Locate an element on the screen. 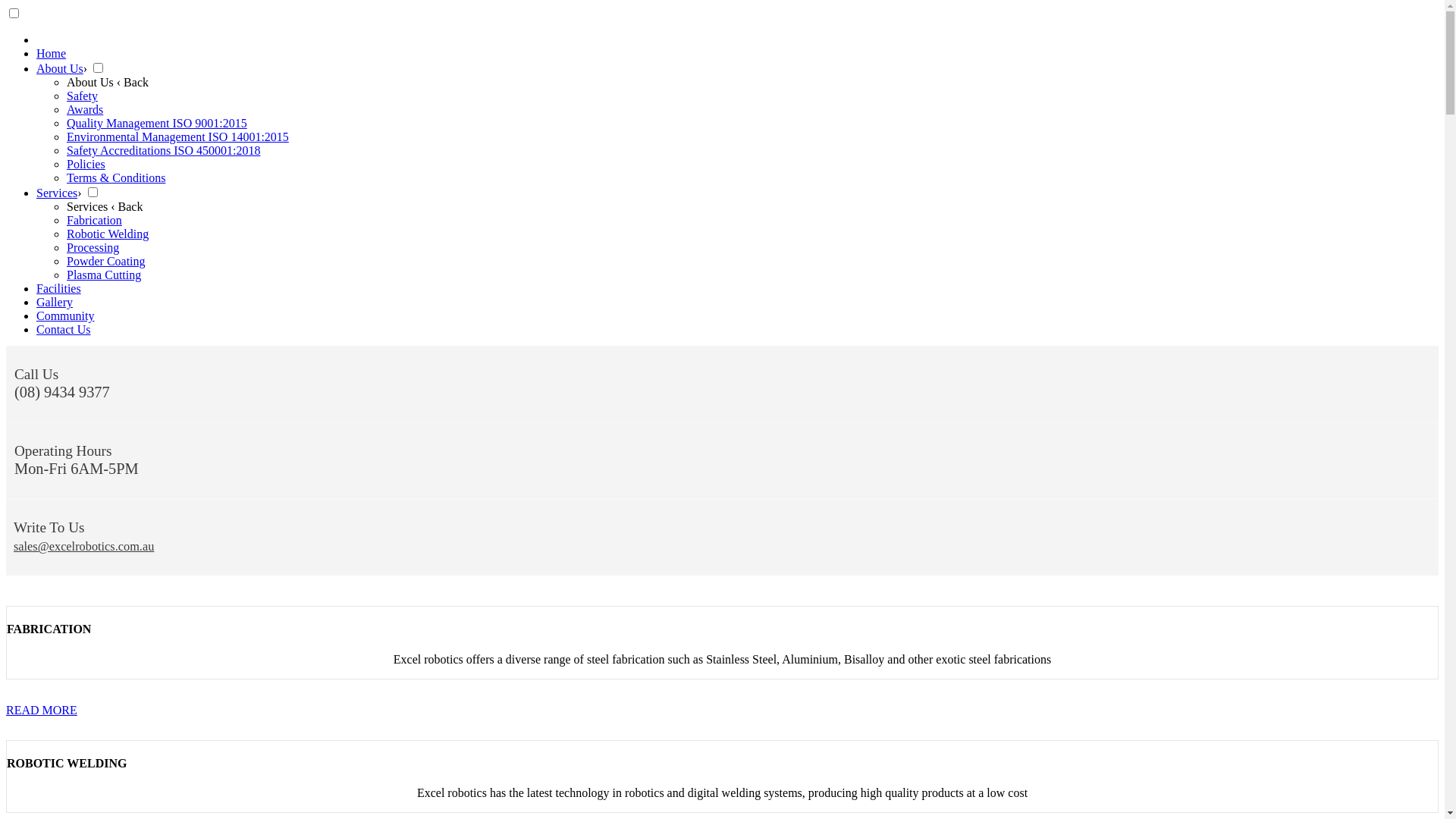 This screenshot has width=1456, height=819. 'About Us' is located at coordinates (59, 68).